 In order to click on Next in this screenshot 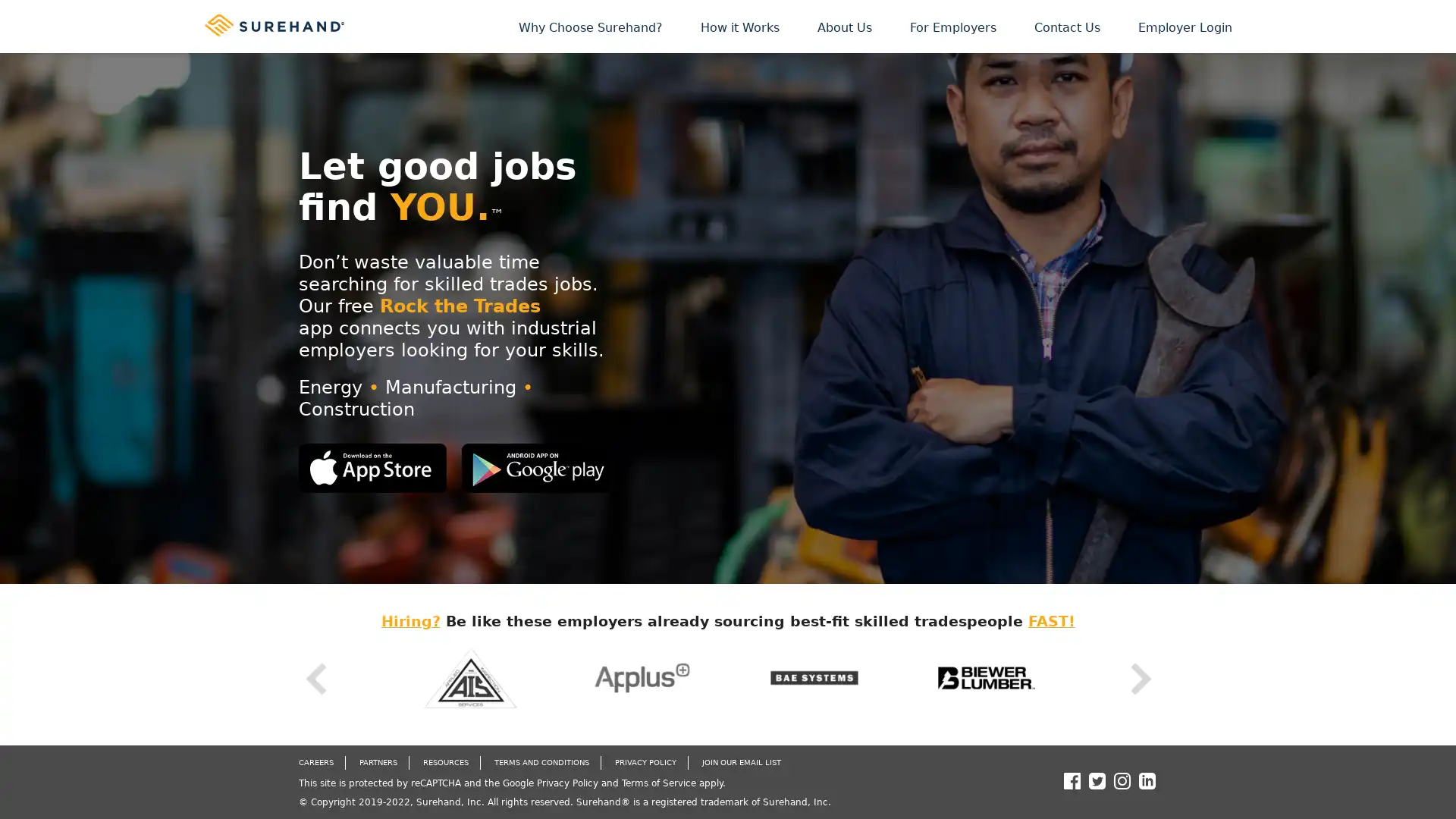, I will do `click(1140, 678)`.